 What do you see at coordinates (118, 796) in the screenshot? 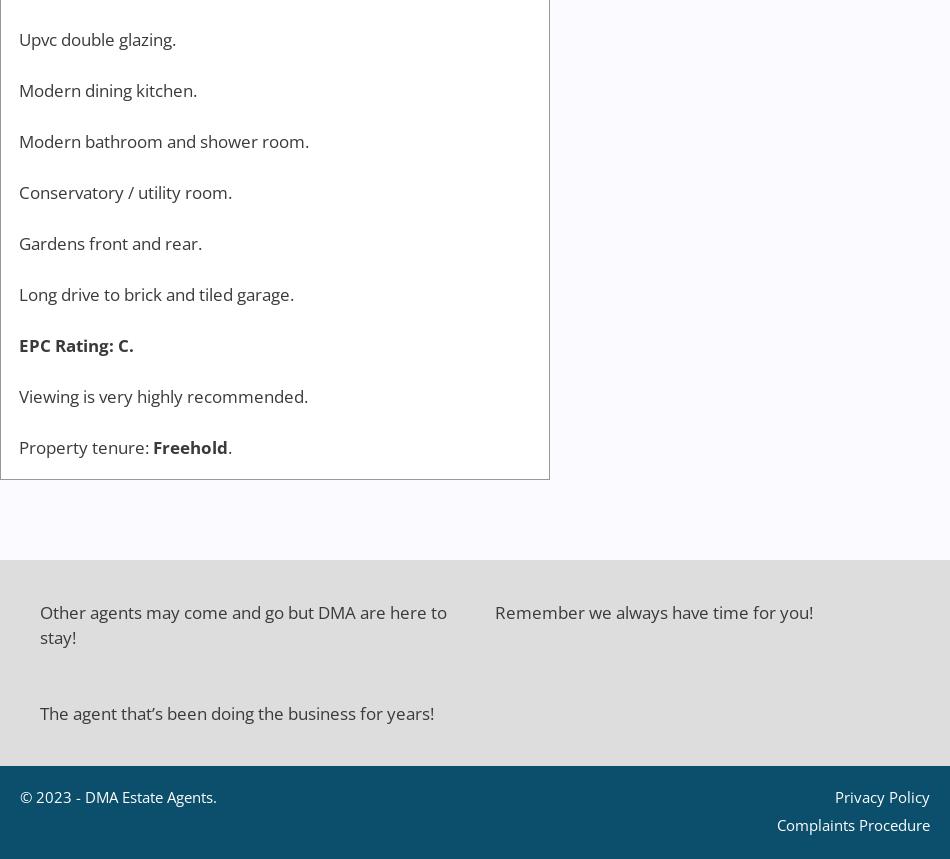
I see `'© 2023 - DMA Estate Agents.'` at bounding box center [118, 796].